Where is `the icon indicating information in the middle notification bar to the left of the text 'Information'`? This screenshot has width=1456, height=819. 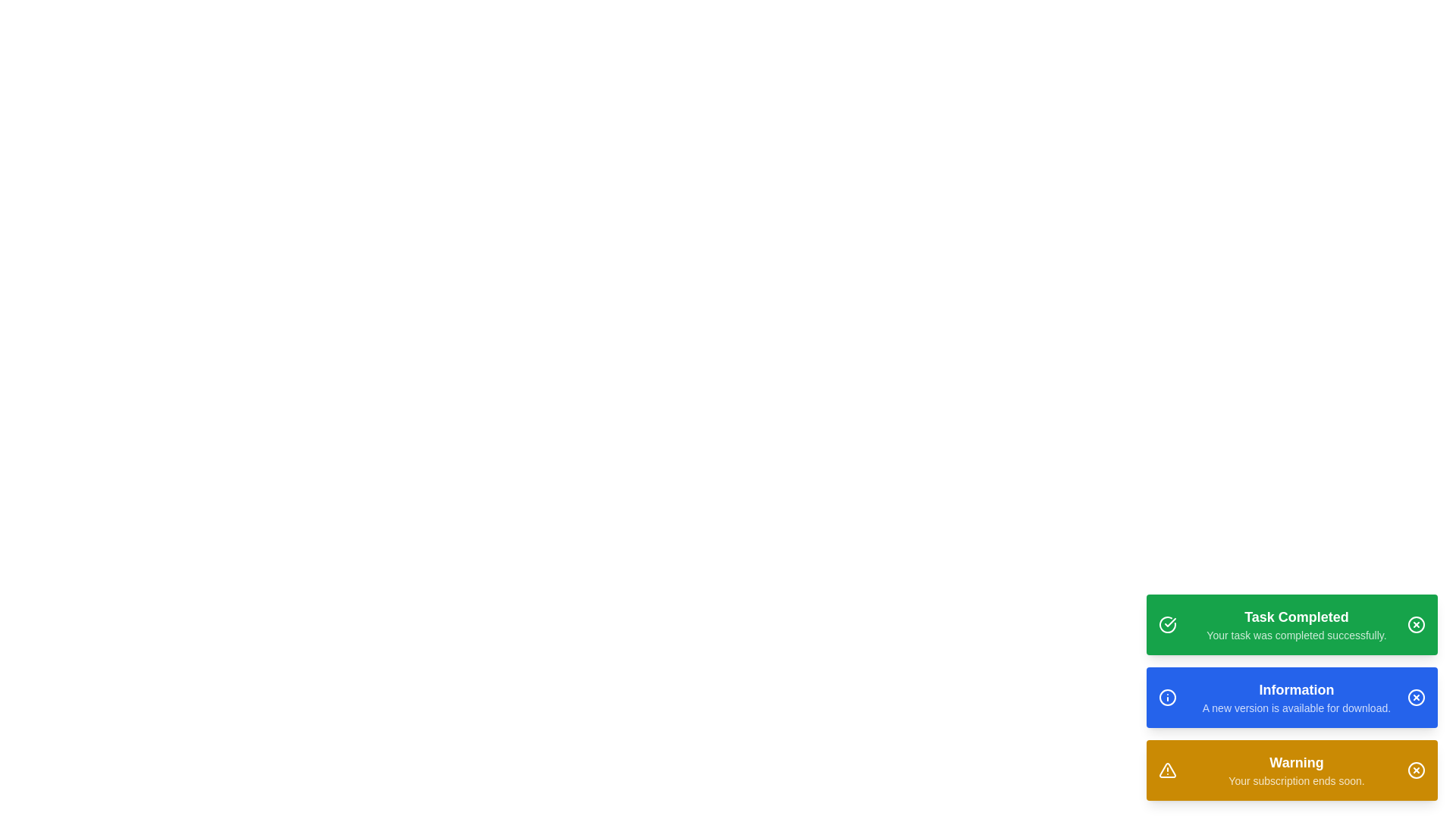
the icon indicating information in the middle notification bar to the left of the text 'Information' is located at coordinates (1167, 698).